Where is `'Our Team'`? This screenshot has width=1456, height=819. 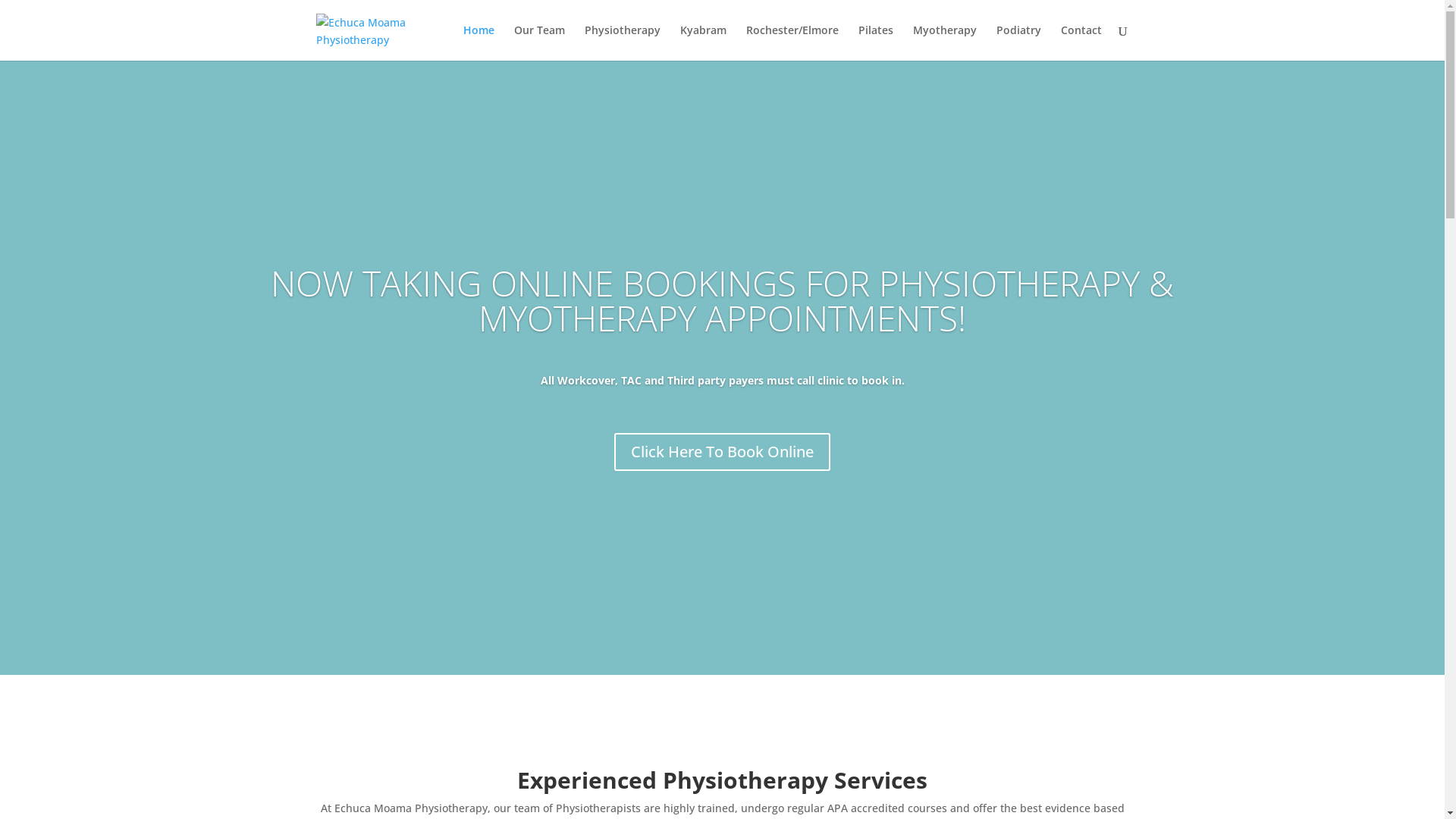 'Our Team' is located at coordinates (539, 42).